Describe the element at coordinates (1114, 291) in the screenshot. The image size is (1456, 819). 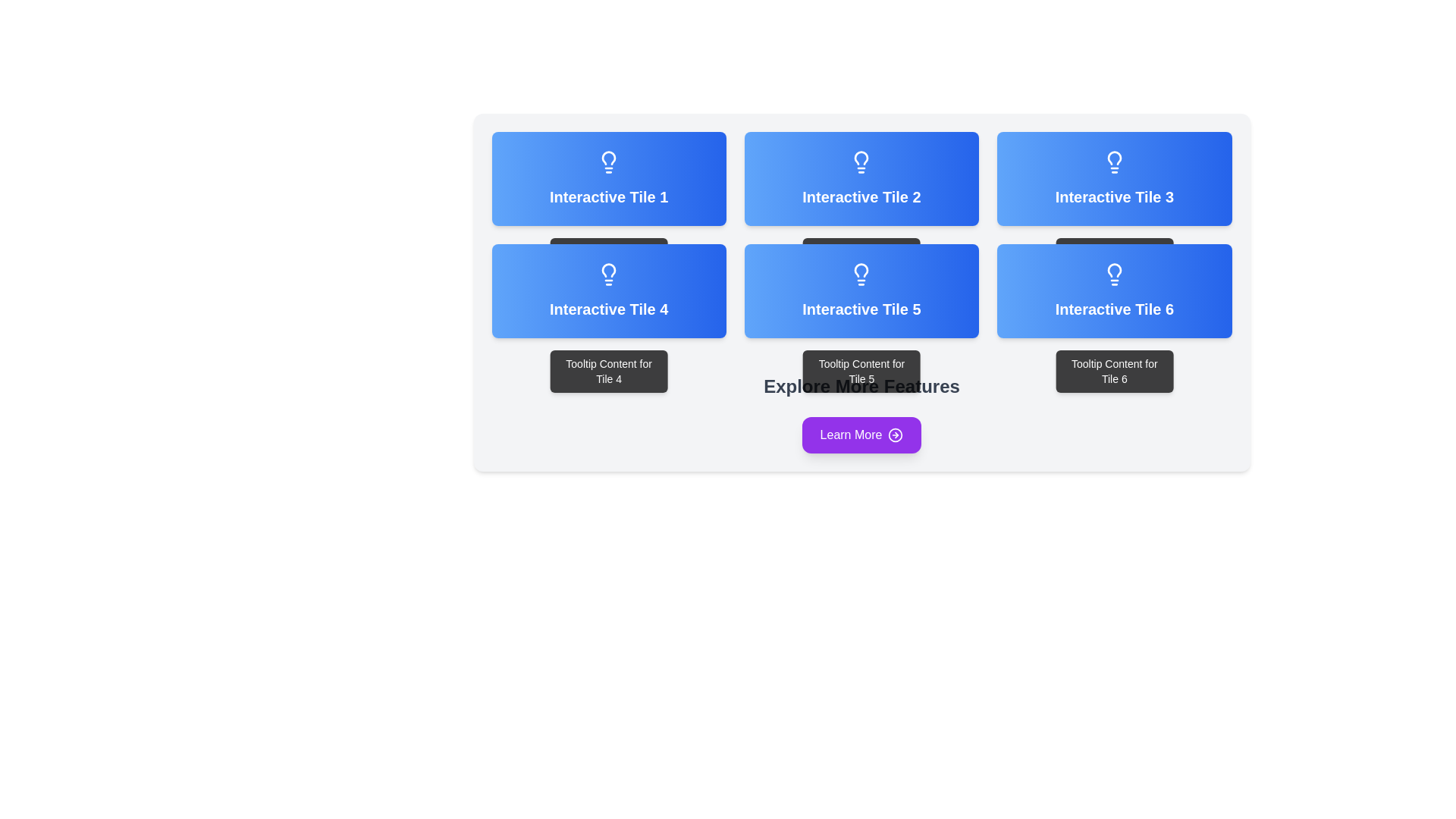
I see `the Interactive Tile 6, which has a gradient blue background, a white lightbulb icon, and bold white text 'Interactive Tile 6'` at that location.